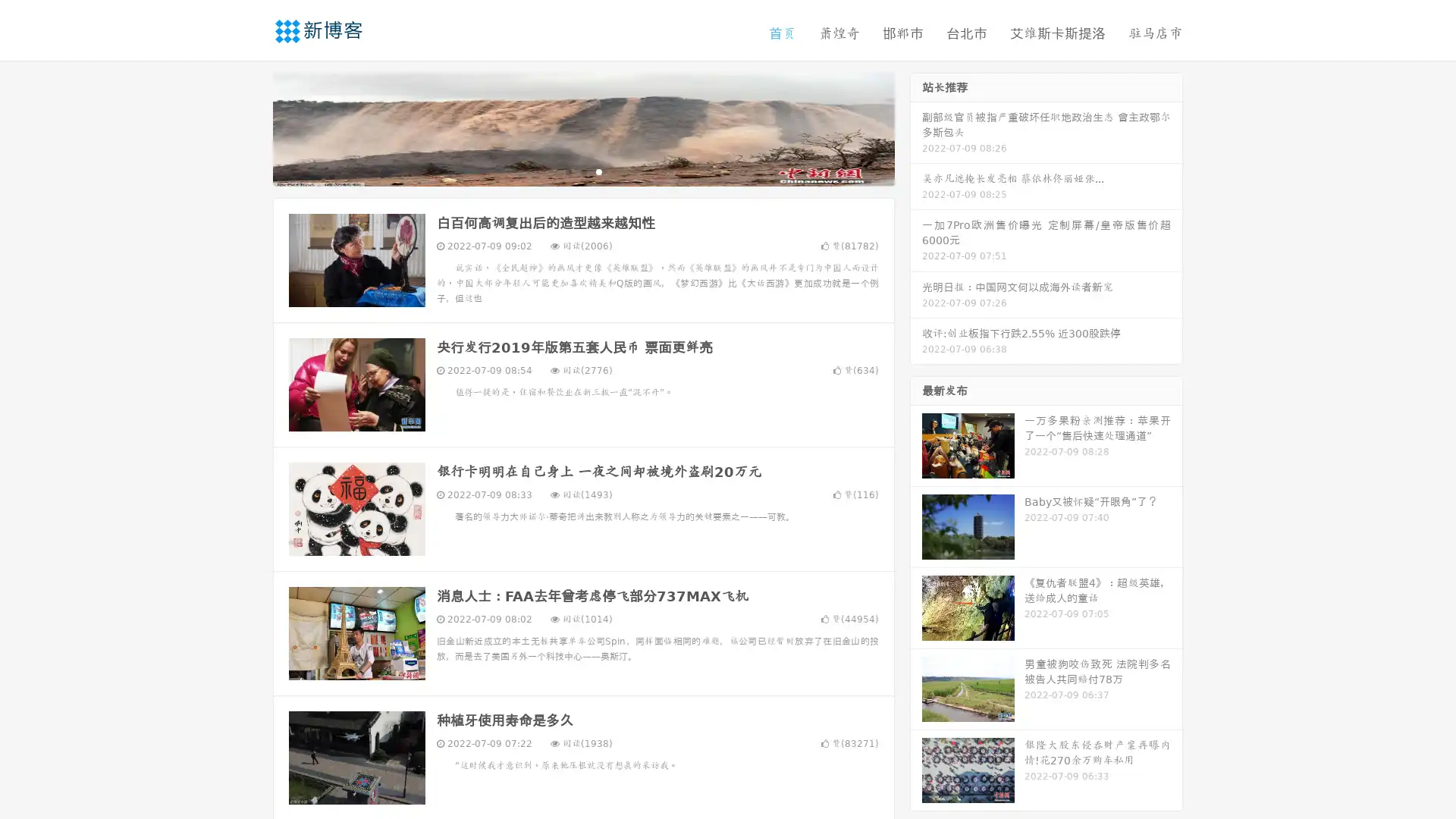  What do you see at coordinates (250, 127) in the screenshot?
I see `Previous slide` at bounding box center [250, 127].